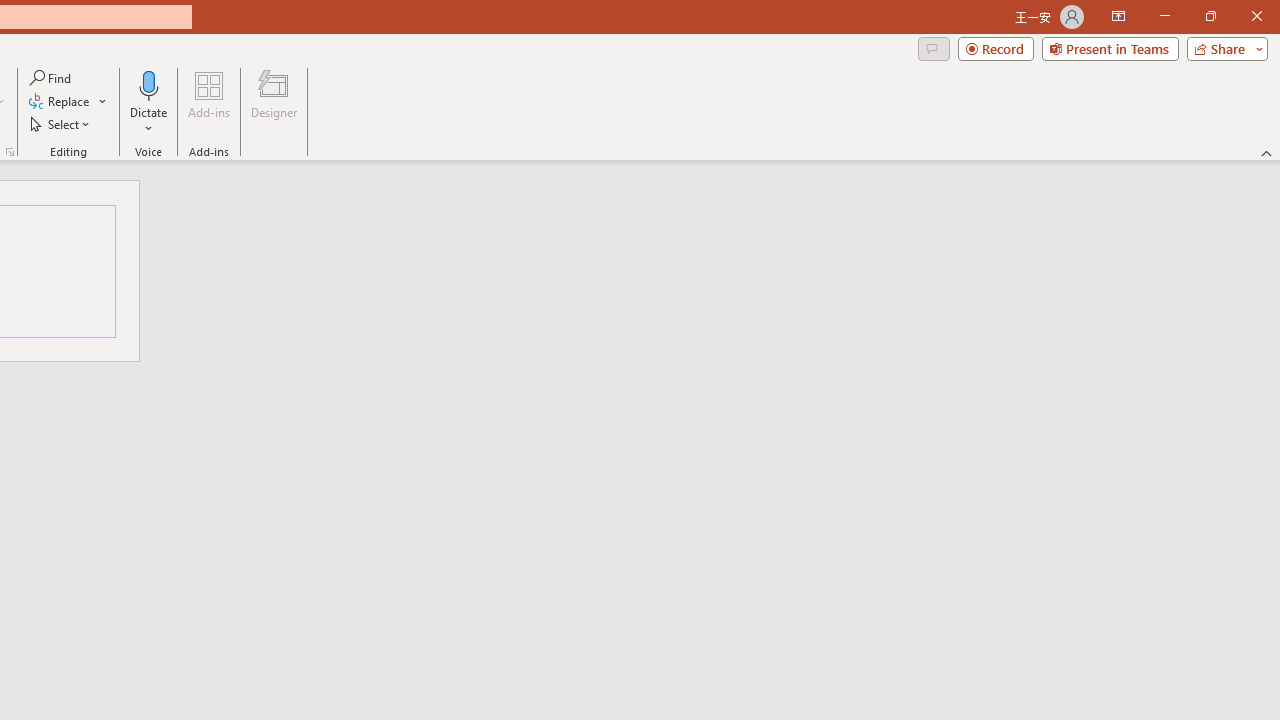 The image size is (1280, 720). Describe the element at coordinates (995, 47) in the screenshot. I see `'Record'` at that location.